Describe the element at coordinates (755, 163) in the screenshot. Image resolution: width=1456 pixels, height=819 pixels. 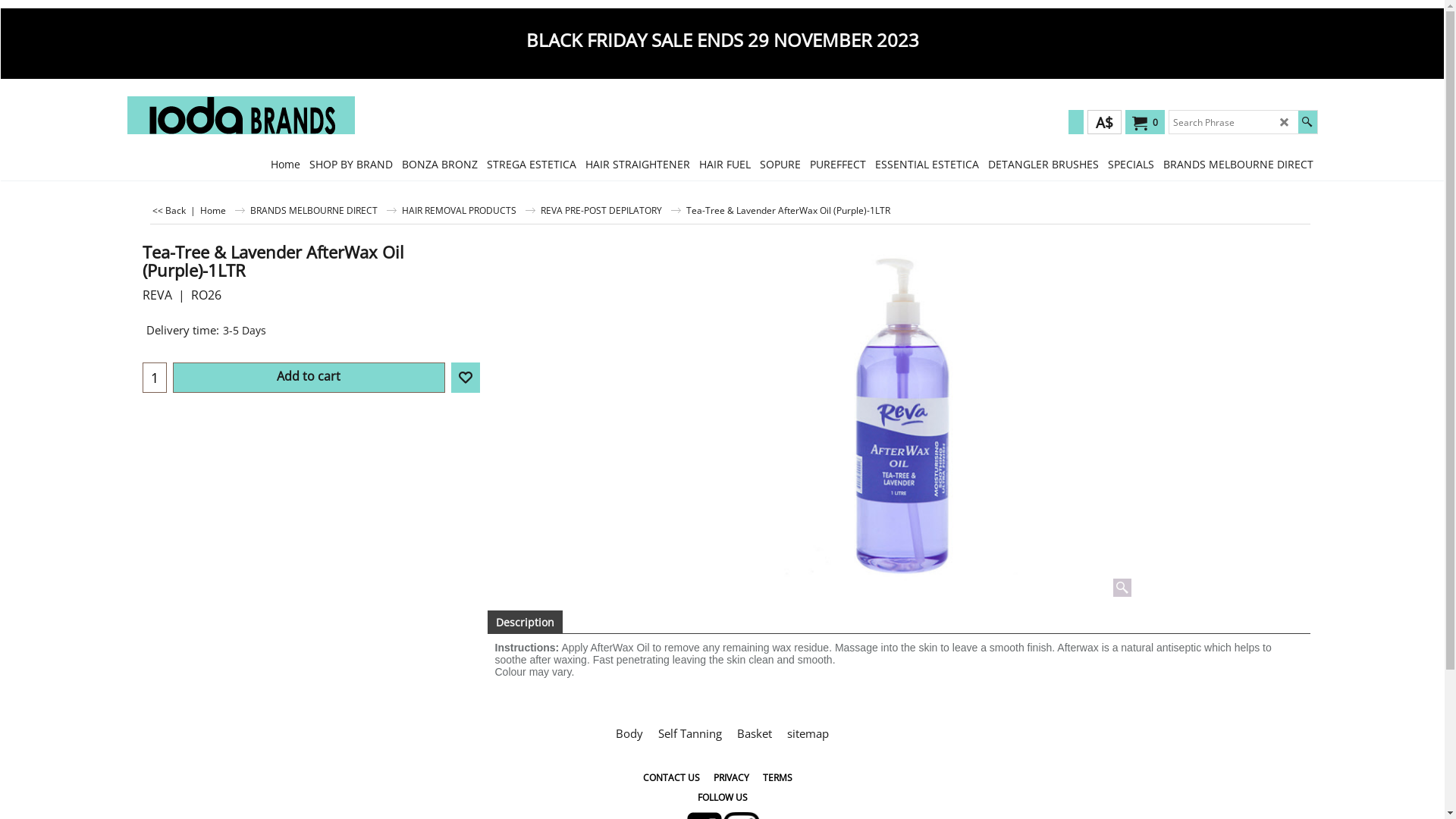
I see `'SOPURE'` at that location.